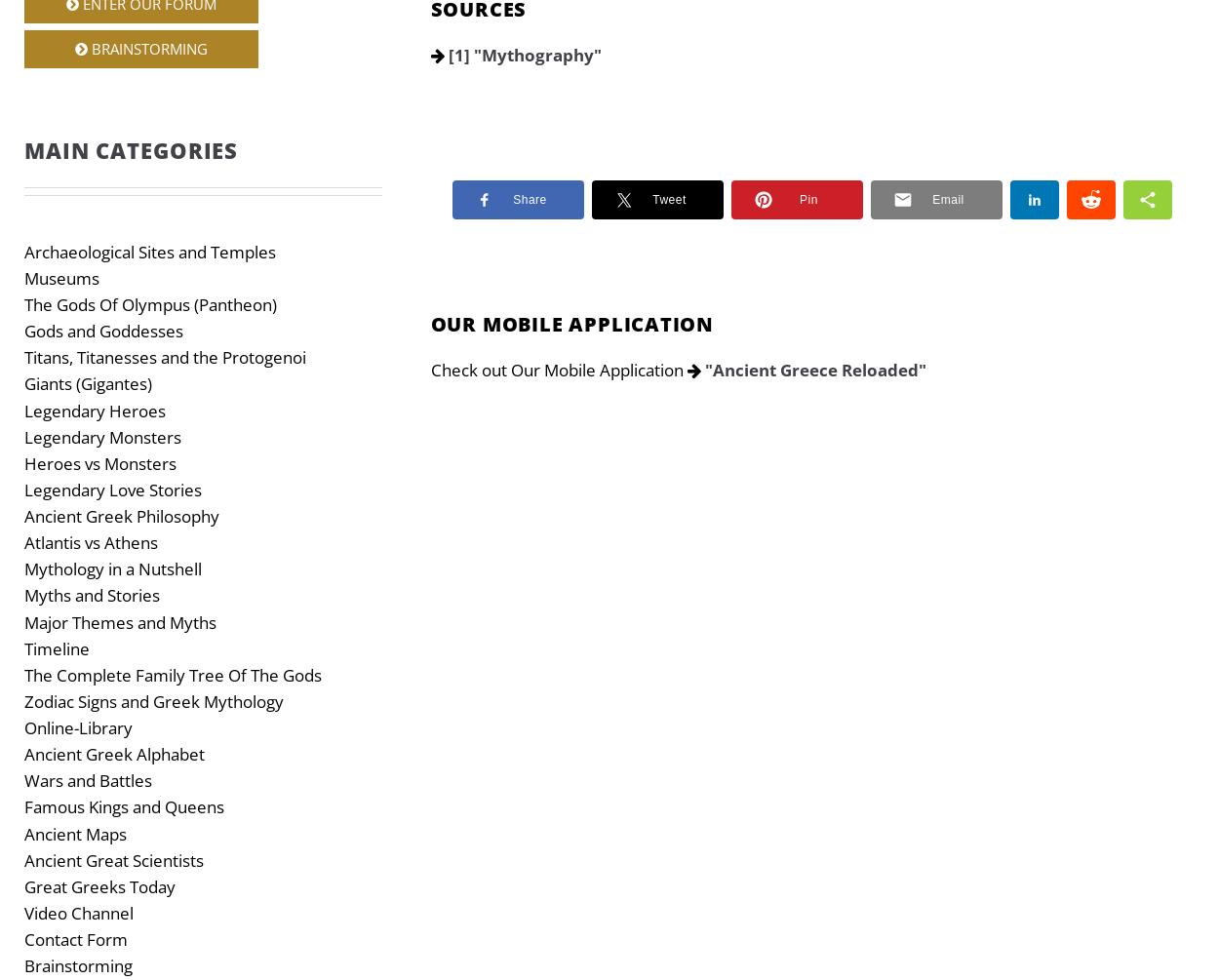  Describe the element at coordinates (150, 303) in the screenshot. I see `'The Gods Of Olympus (Pantheon)'` at that location.